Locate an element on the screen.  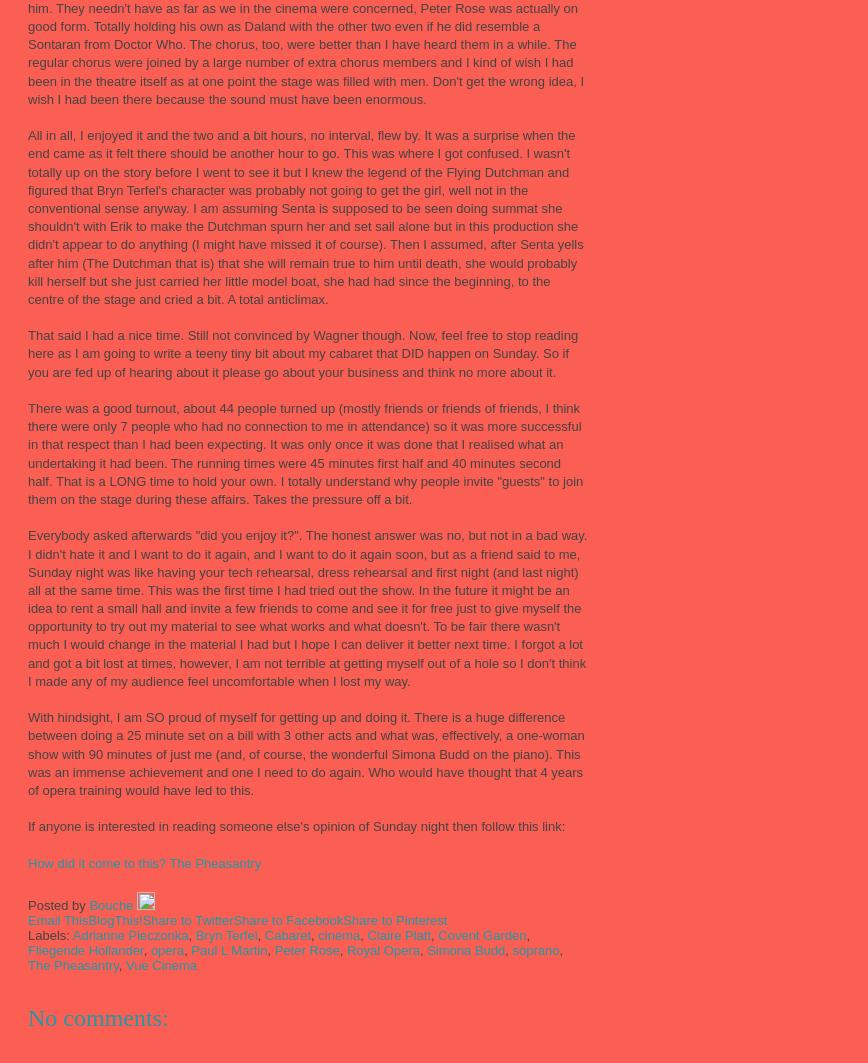
'Posted by' is located at coordinates (58, 904).